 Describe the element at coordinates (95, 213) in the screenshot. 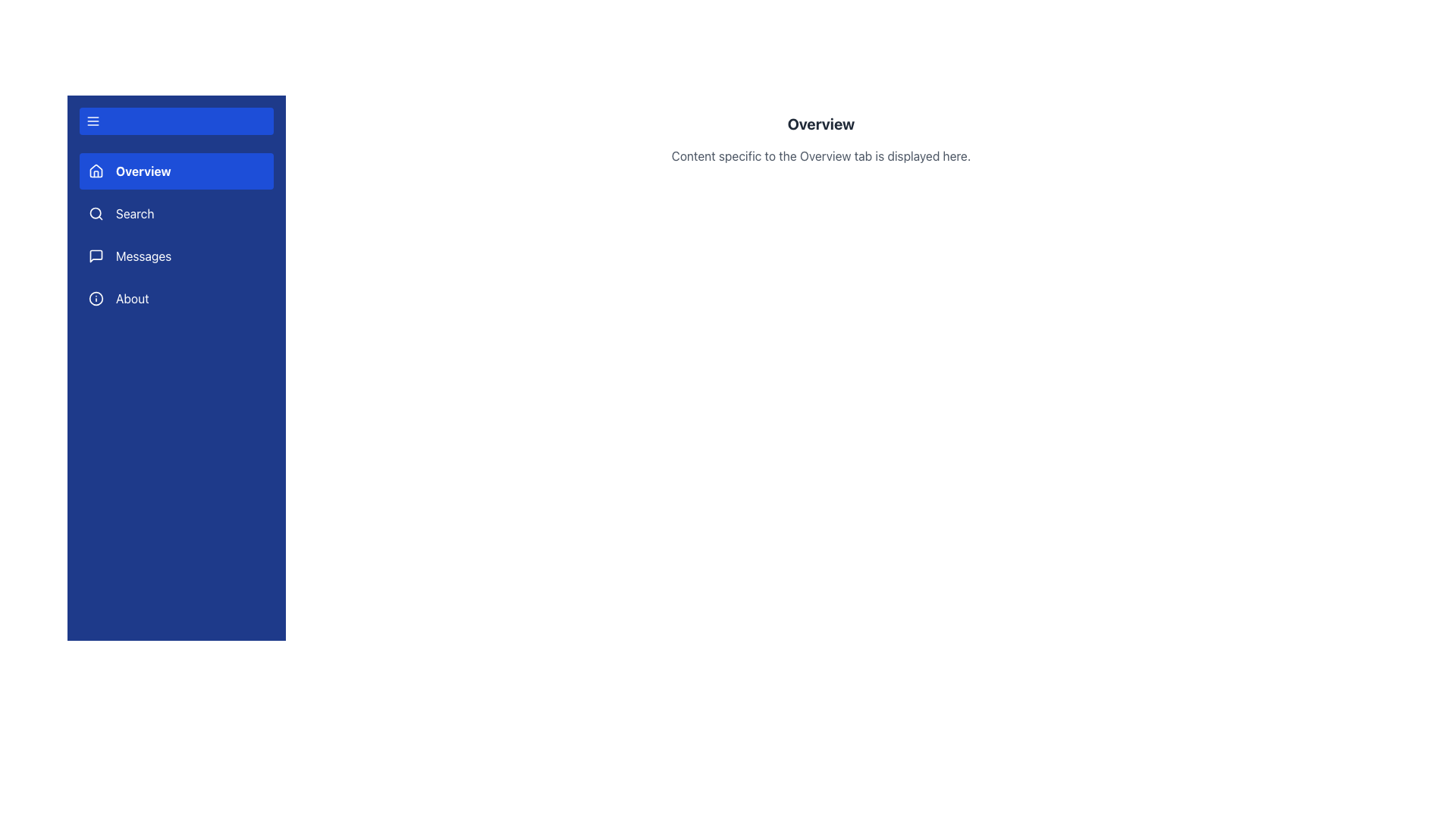

I see `the magnifying glass icon in the sidebar navigation menu, which is located to the left of the 'Search' text label` at that location.